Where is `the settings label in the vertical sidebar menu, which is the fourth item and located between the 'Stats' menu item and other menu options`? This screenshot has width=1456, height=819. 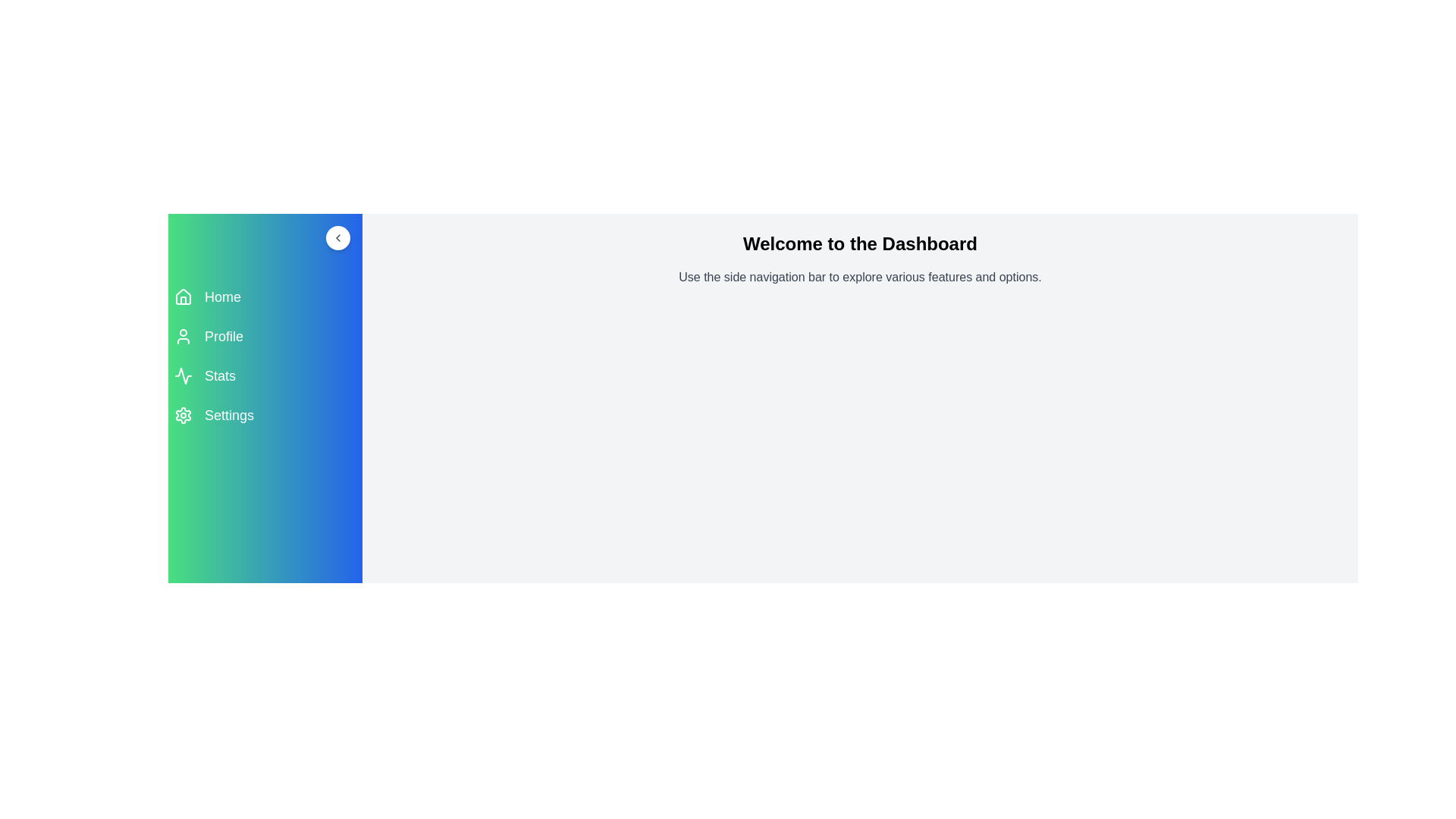
the settings label in the vertical sidebar menu, which is the fourth item and located between the 'Stats' menu item and other menu options is located at coordinates (228, 415).